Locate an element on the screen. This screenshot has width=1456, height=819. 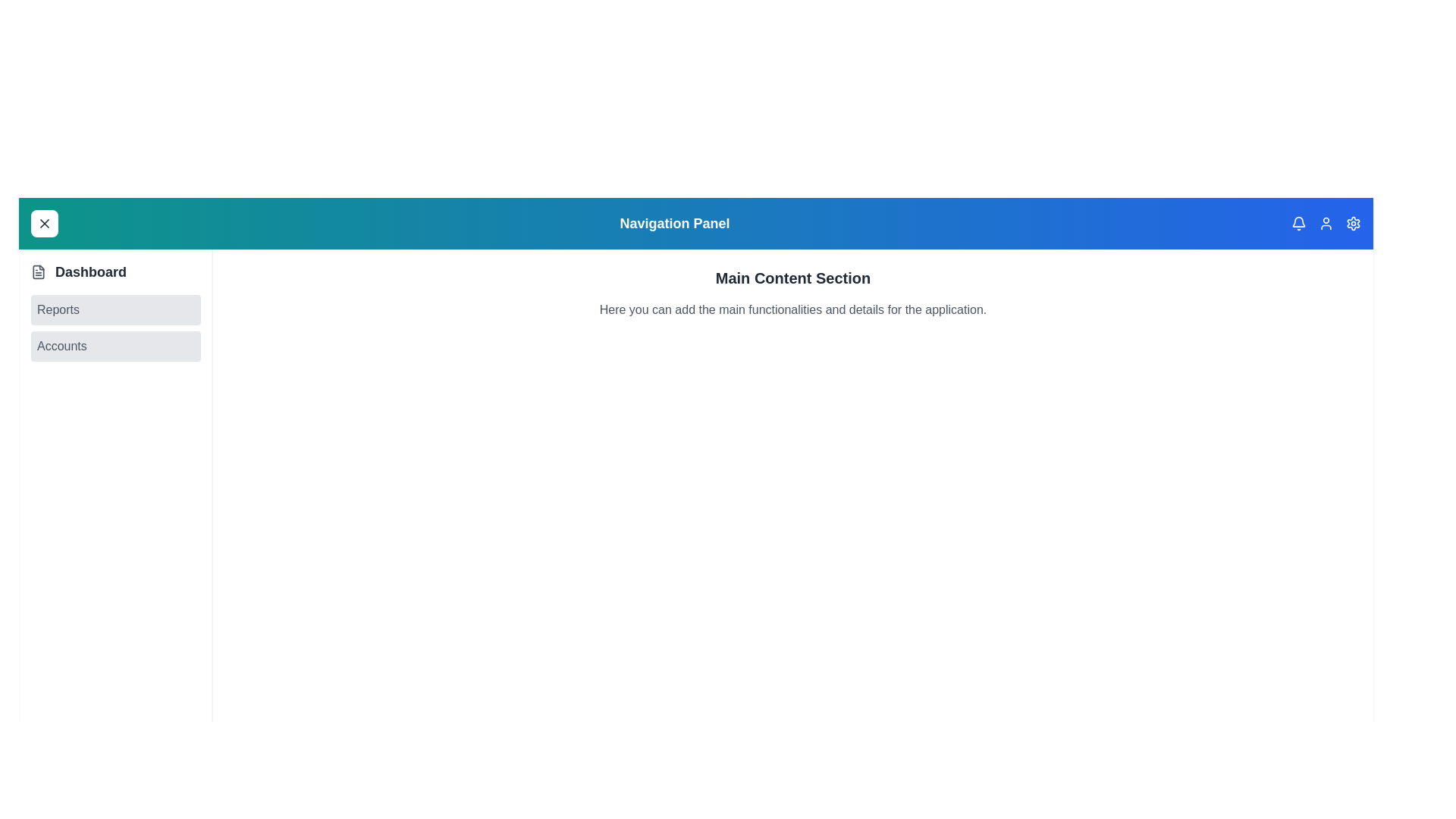
the 'Dashboard' navigation menu item, which is the first item in the vertical list of the sidebar navigation section is located at coordinates (115, 271).